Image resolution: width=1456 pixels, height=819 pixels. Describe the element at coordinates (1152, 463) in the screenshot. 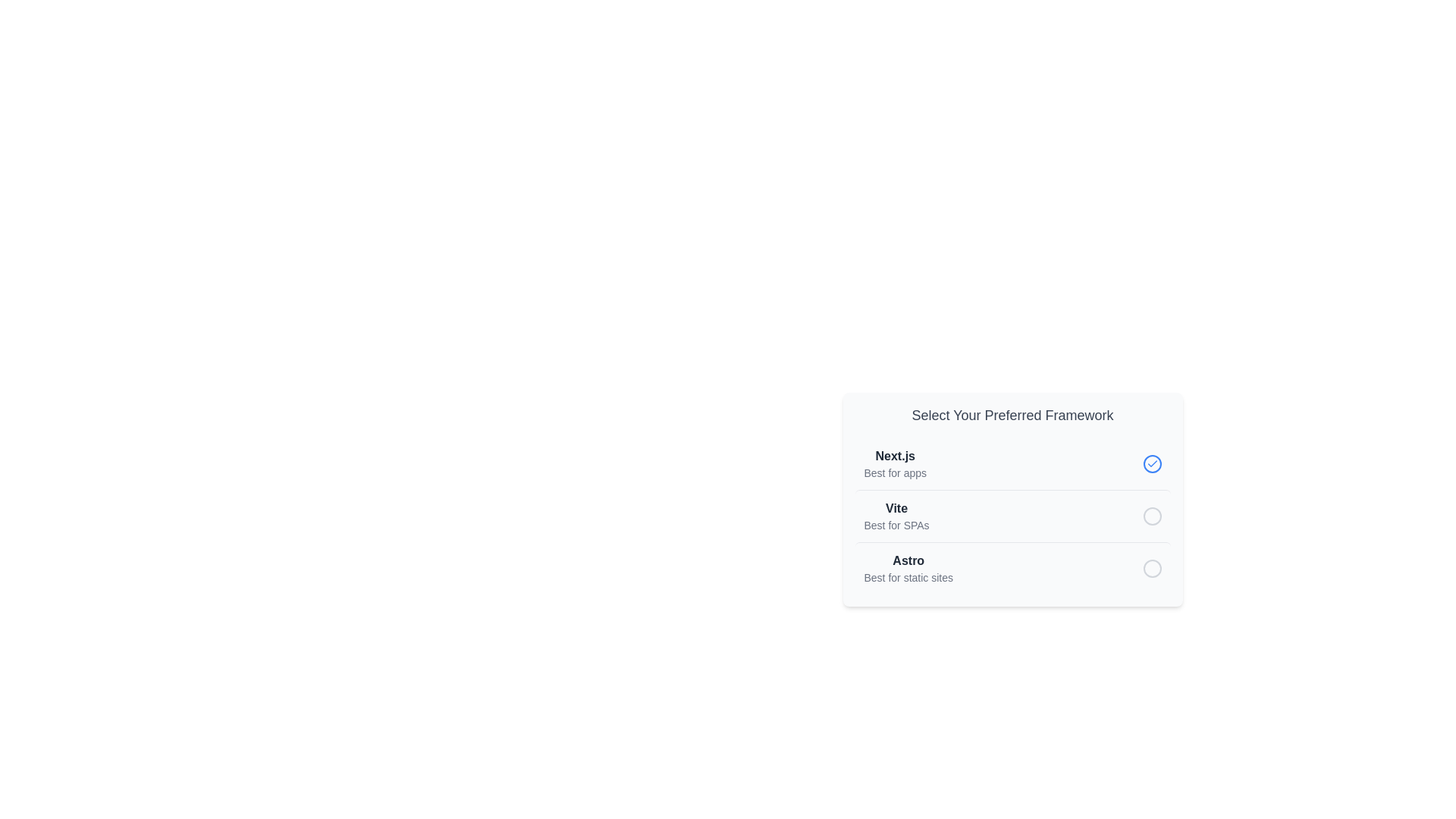

I see `the radio button with a blue border and checkmark icon, located to the right of the 'Next.js' option` at that location.